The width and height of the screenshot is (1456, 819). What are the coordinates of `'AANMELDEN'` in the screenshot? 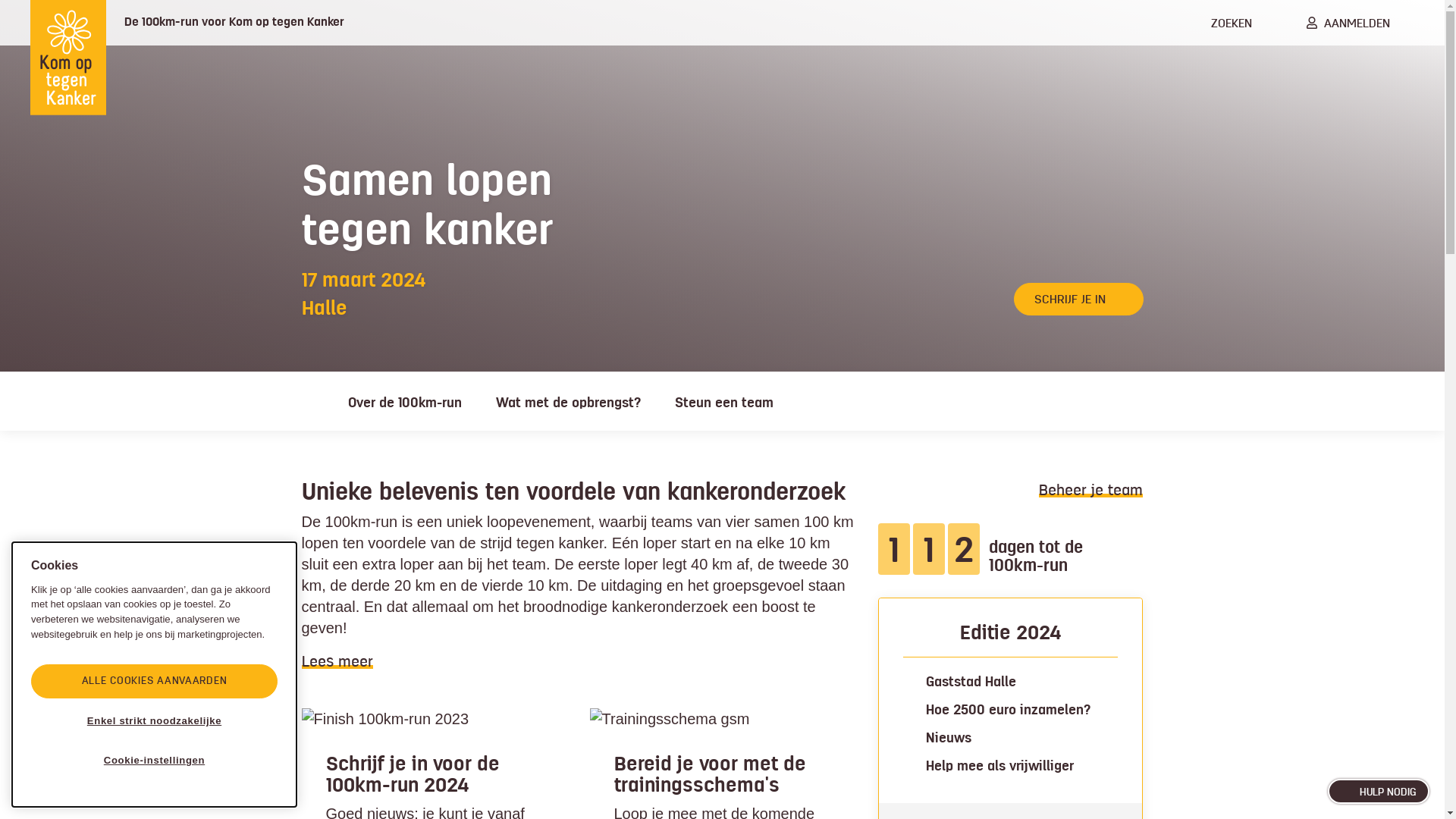 It's located at (1348, 23).